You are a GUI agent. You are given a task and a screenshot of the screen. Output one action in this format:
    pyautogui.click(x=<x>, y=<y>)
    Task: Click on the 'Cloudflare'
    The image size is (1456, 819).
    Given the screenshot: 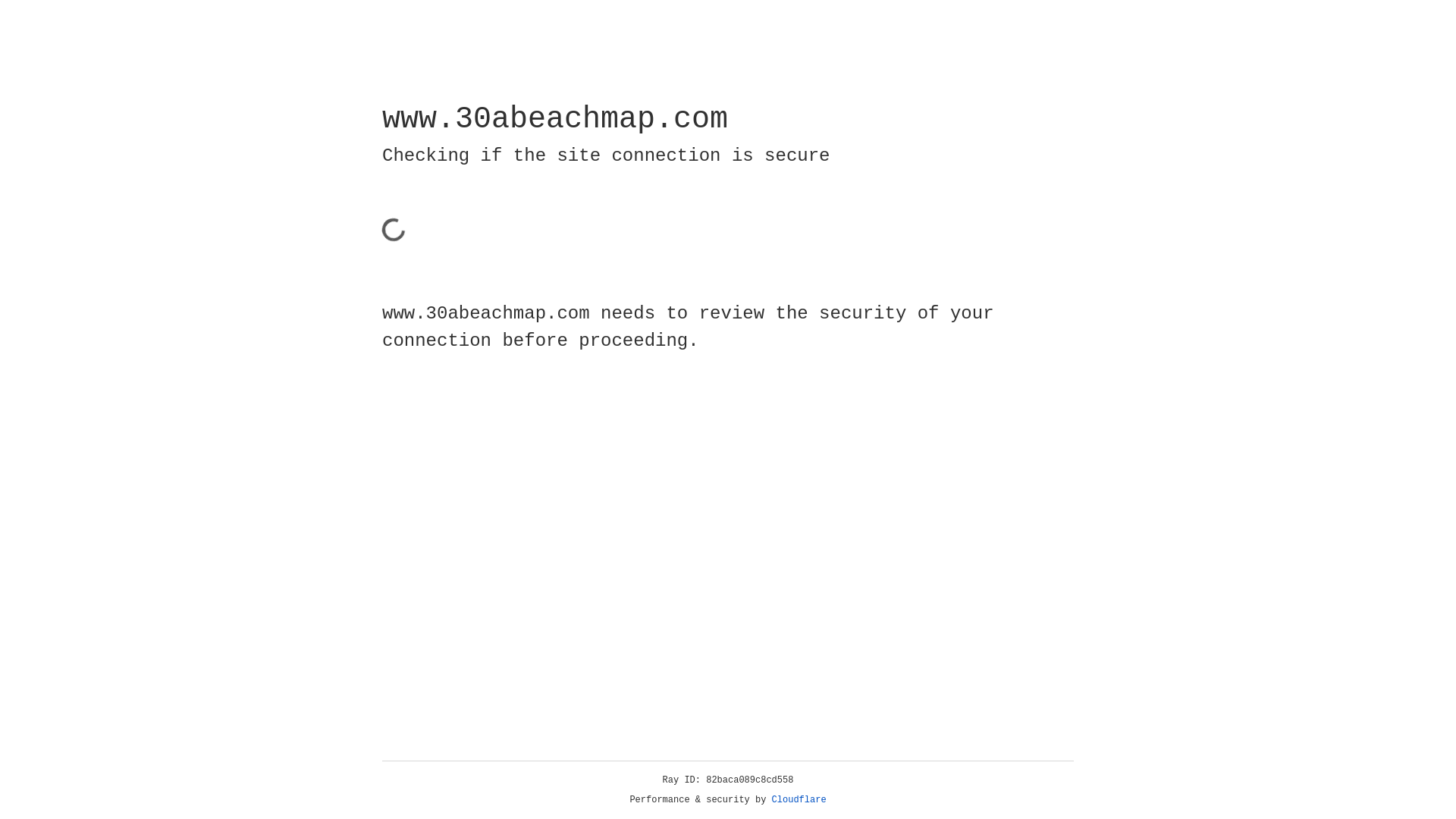 What is the action you would take?
    pyautogui.click(x=799, y=799)
    